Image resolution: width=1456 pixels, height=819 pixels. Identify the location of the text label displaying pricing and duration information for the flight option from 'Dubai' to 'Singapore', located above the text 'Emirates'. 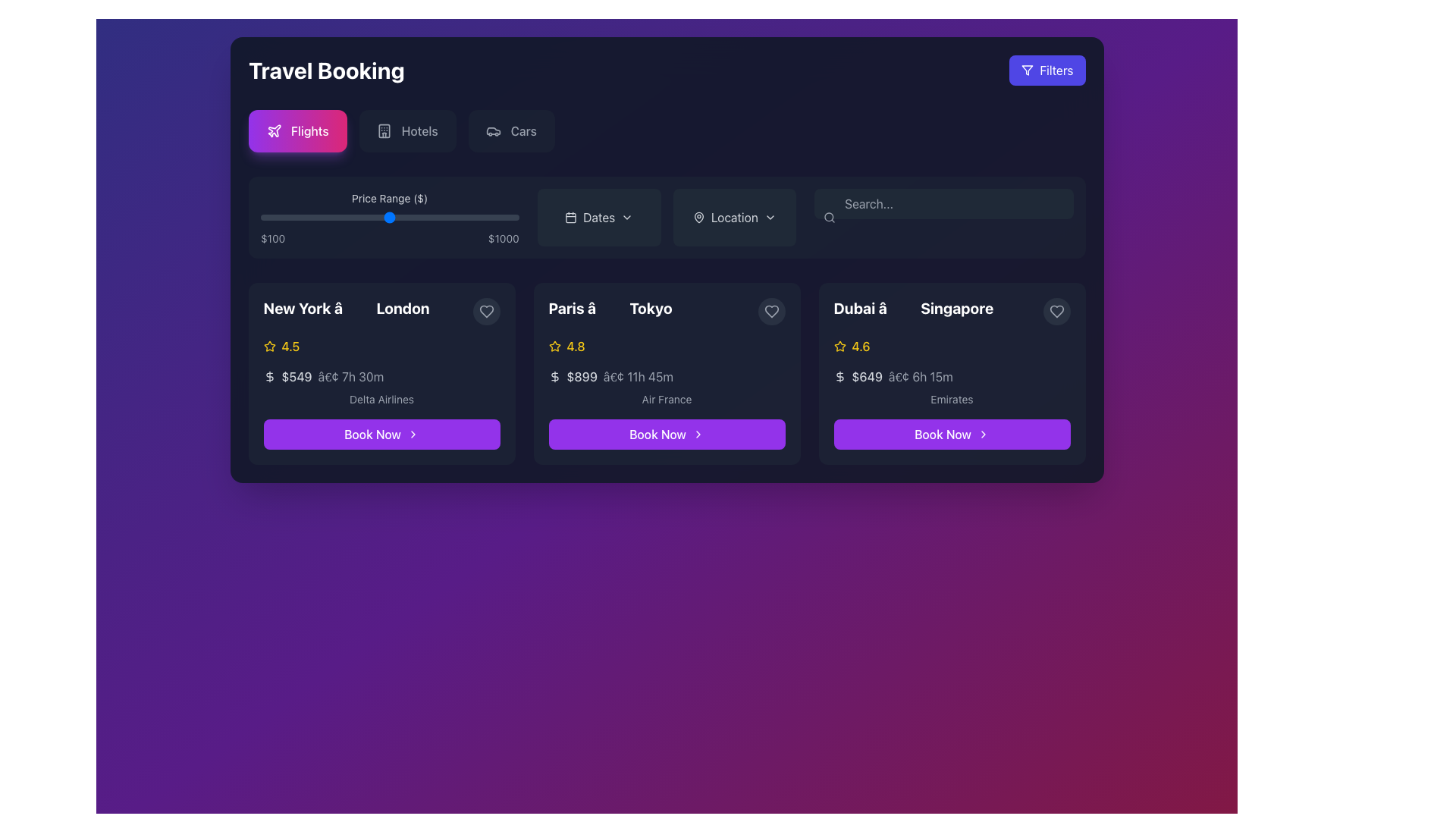
(951, 376).